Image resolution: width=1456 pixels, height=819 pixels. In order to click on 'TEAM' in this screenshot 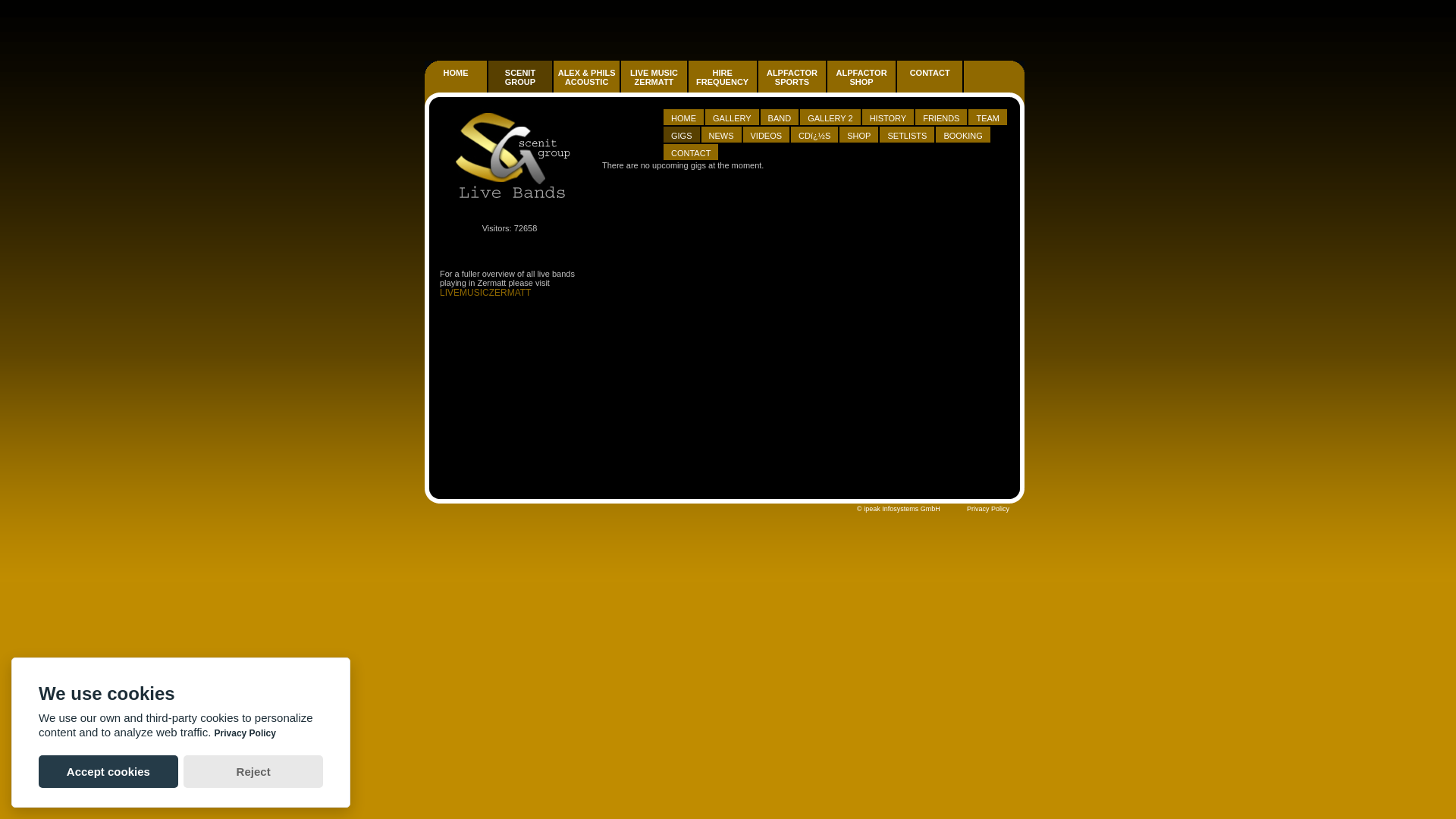, I will do `click(987, 117)`.